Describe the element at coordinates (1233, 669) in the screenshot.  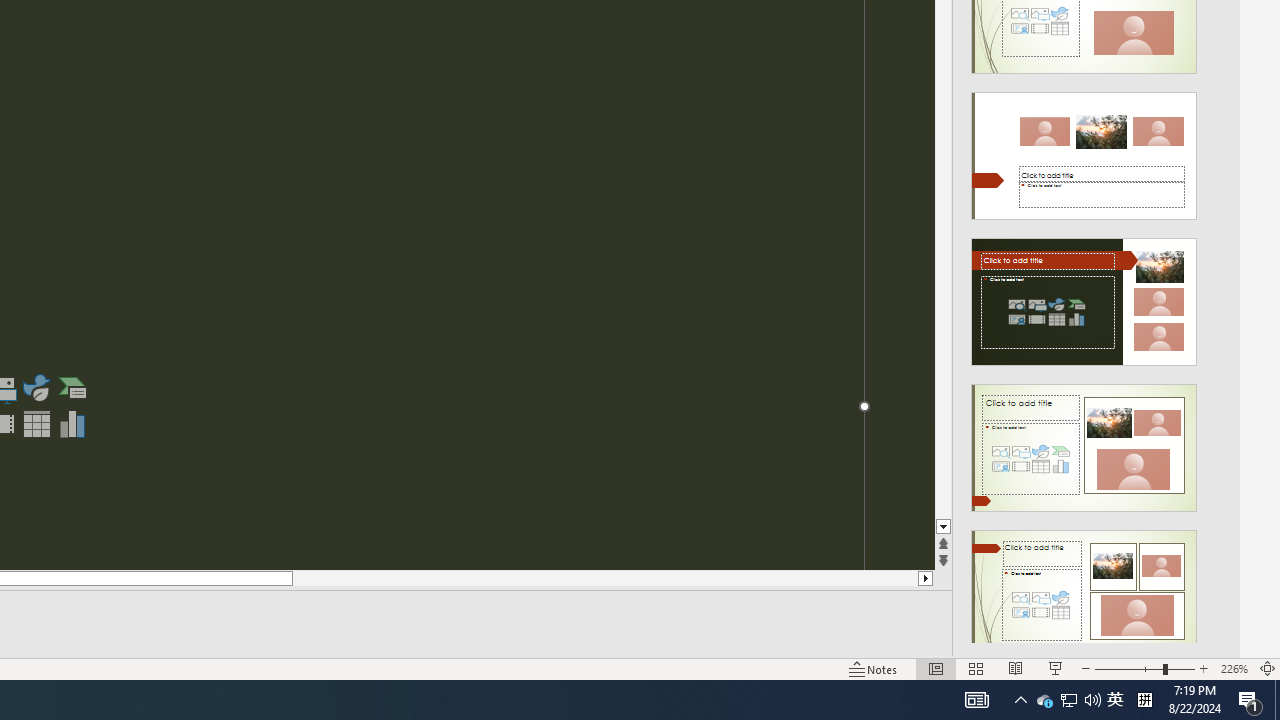
I see `'Zoom 226%'` at that location.